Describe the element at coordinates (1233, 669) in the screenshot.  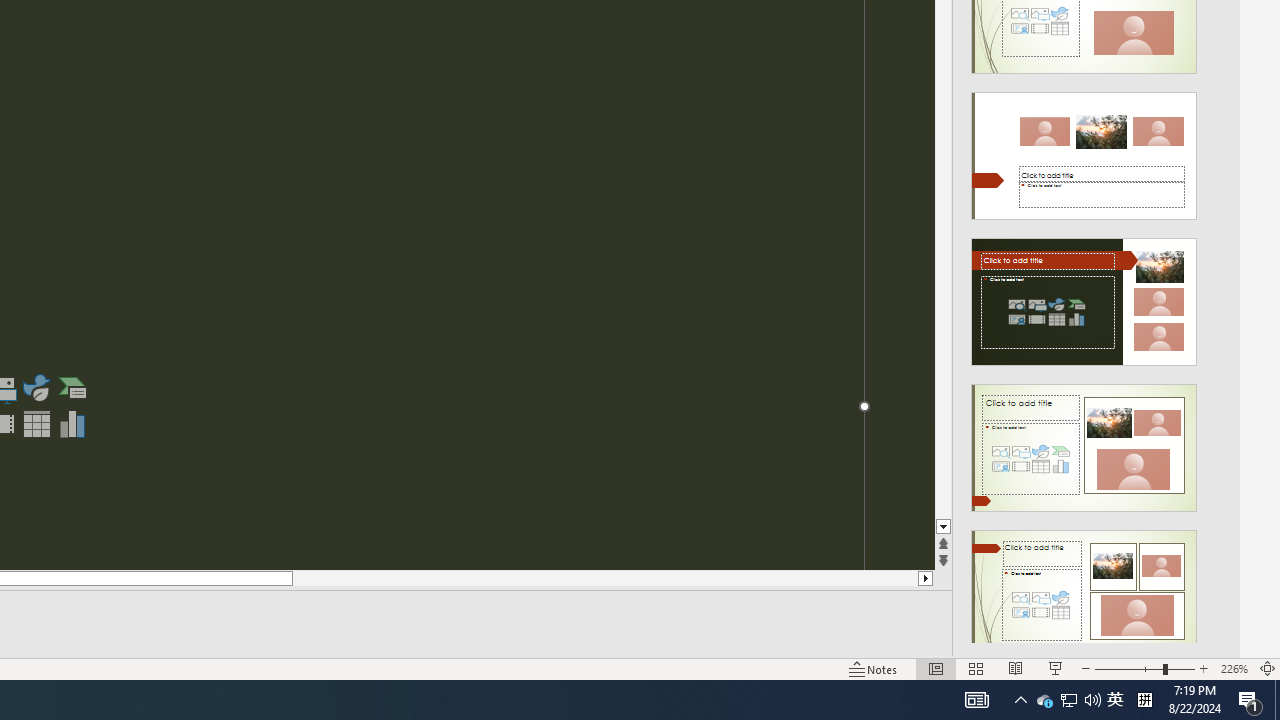
I see `'Zoom 226%'` at that location.